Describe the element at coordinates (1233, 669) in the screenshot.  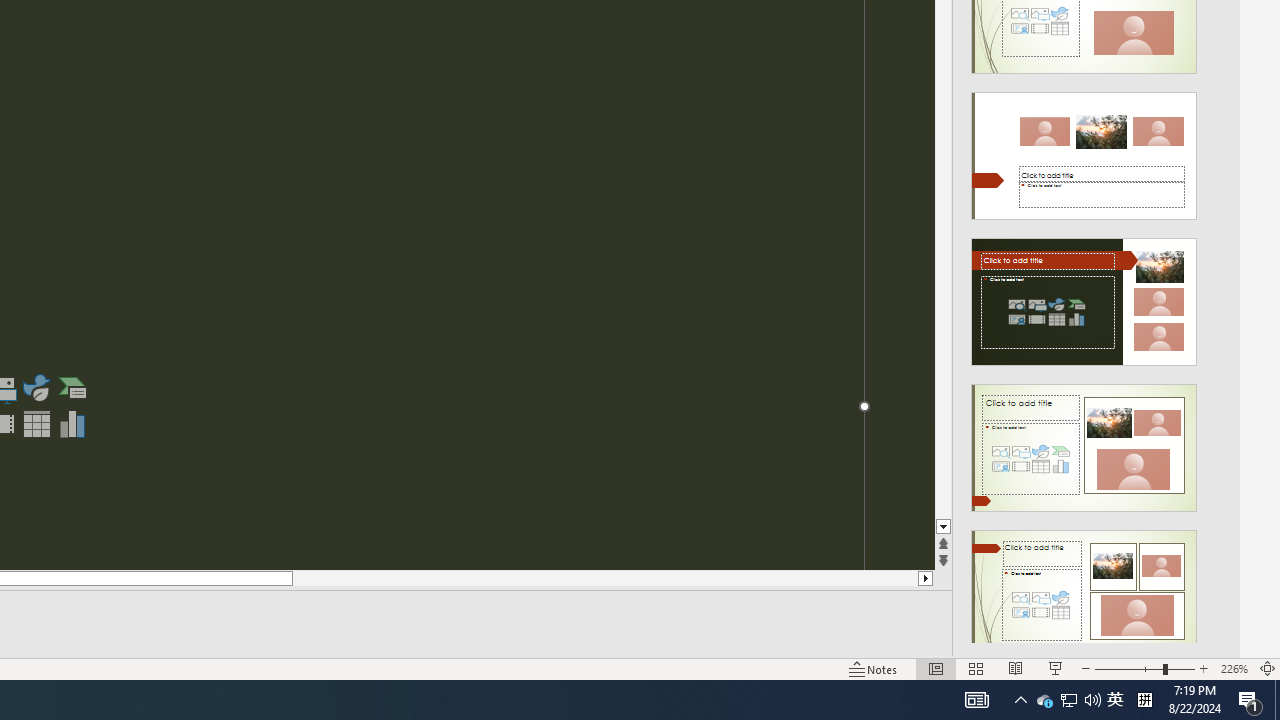
I see `'Zoom 226%'` at that location.